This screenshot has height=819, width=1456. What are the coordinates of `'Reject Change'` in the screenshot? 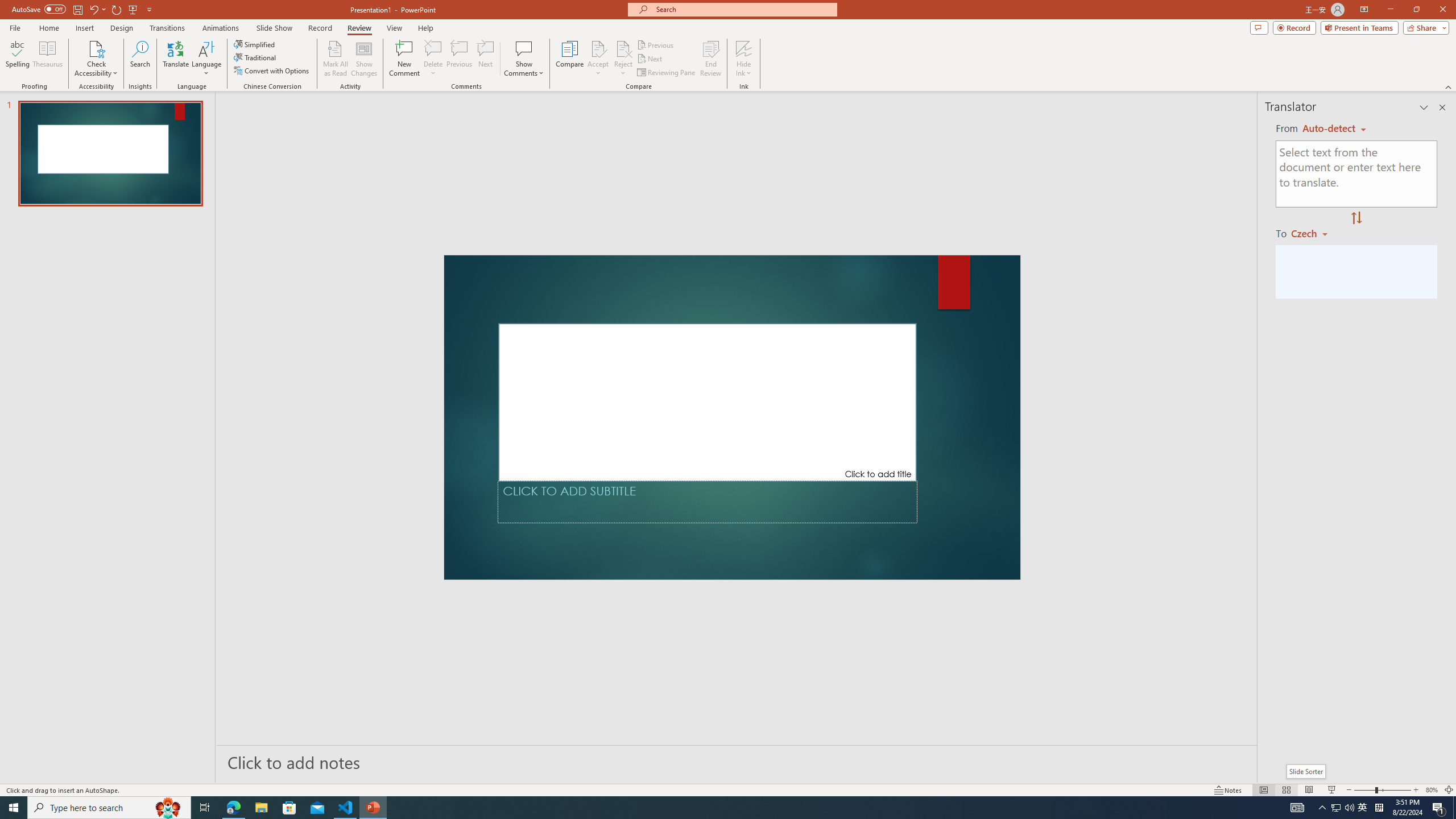 It's located at (622, 48).